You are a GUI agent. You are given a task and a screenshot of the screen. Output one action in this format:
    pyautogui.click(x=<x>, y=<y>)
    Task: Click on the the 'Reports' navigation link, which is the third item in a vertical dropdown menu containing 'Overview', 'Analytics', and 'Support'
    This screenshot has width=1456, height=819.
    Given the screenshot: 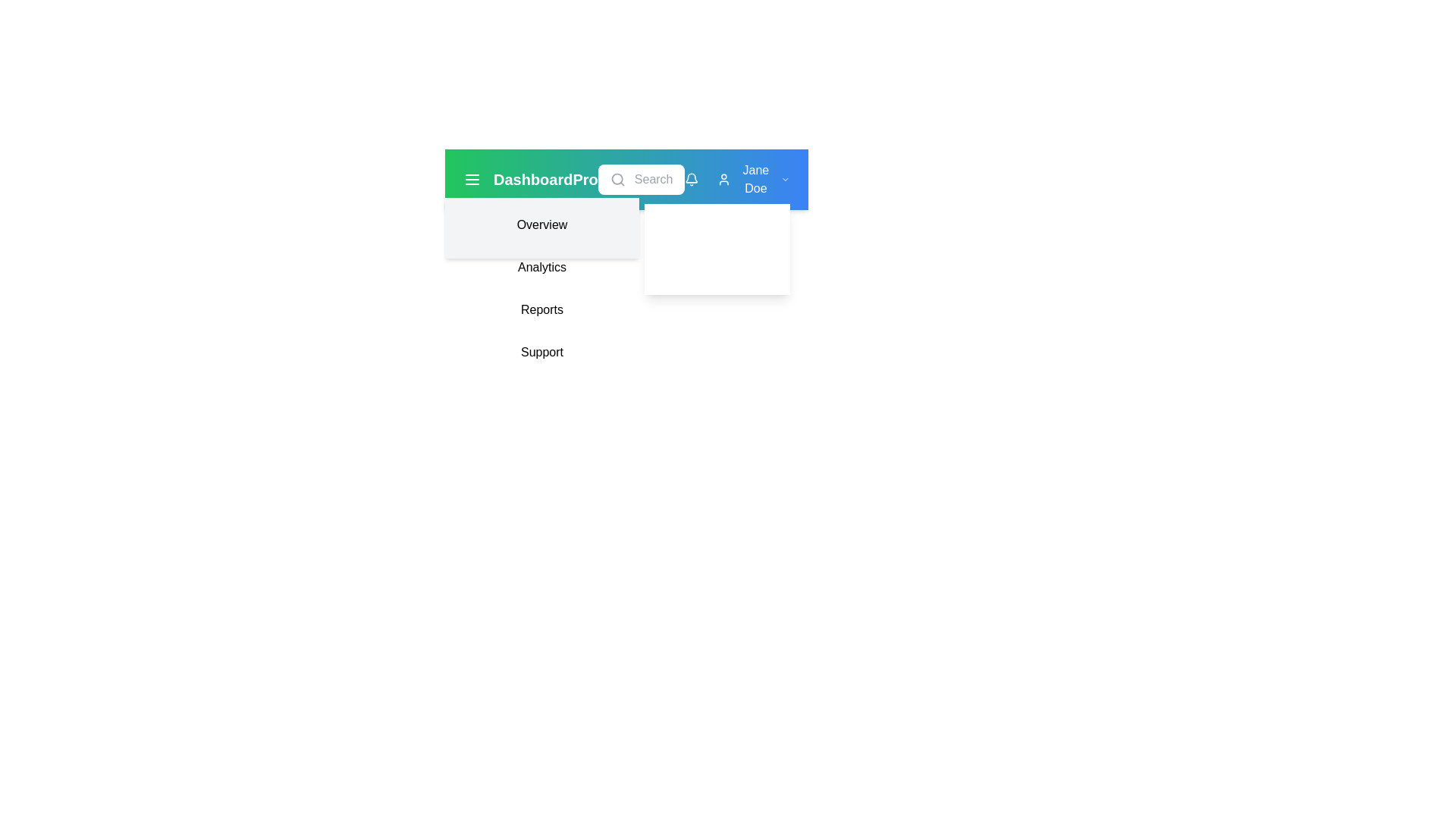 What is the action you would take?
    pyautogui.click(x=542, y=309)
    